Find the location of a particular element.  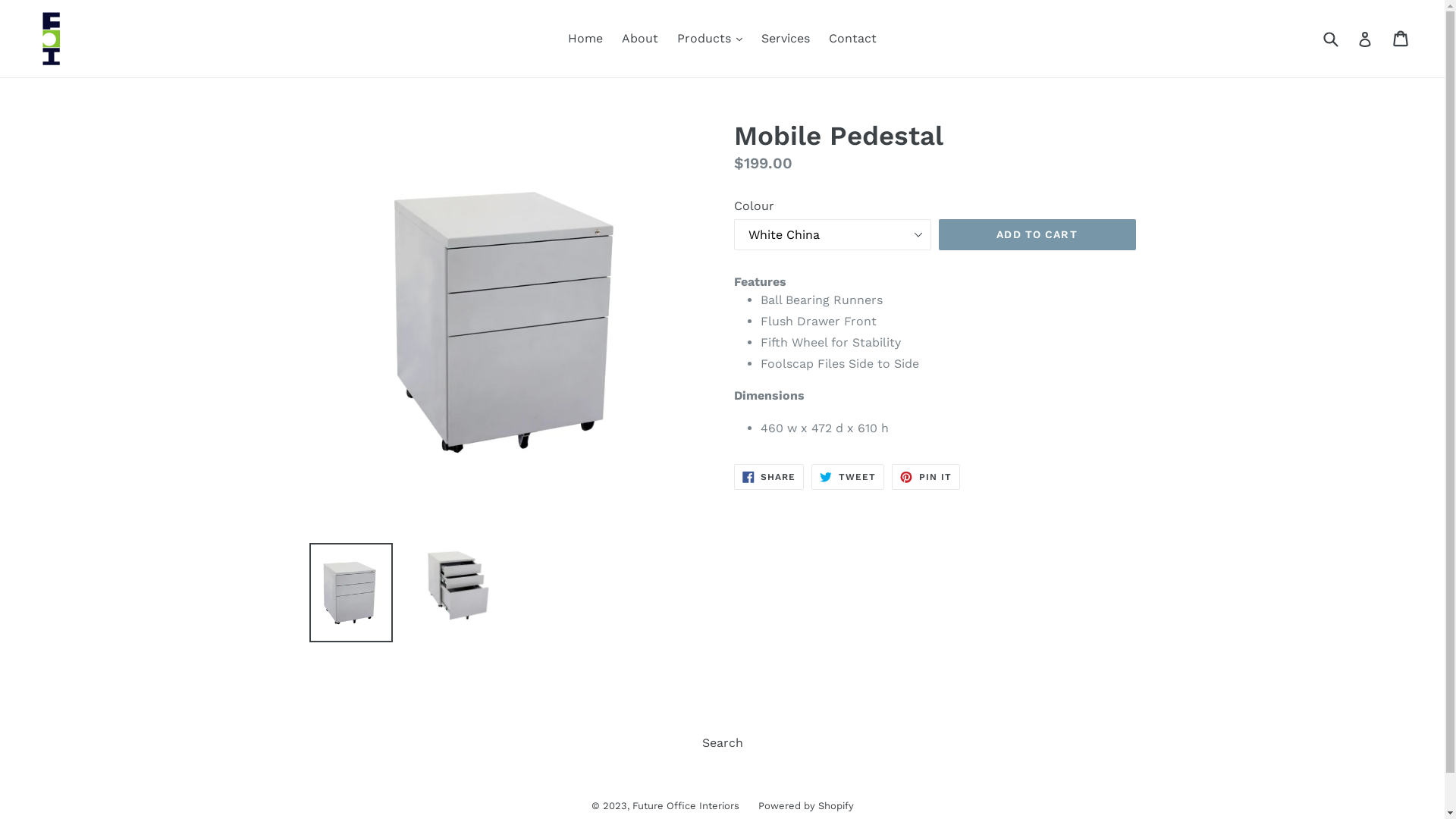

'Cart is located at coordinates (1401, 37).